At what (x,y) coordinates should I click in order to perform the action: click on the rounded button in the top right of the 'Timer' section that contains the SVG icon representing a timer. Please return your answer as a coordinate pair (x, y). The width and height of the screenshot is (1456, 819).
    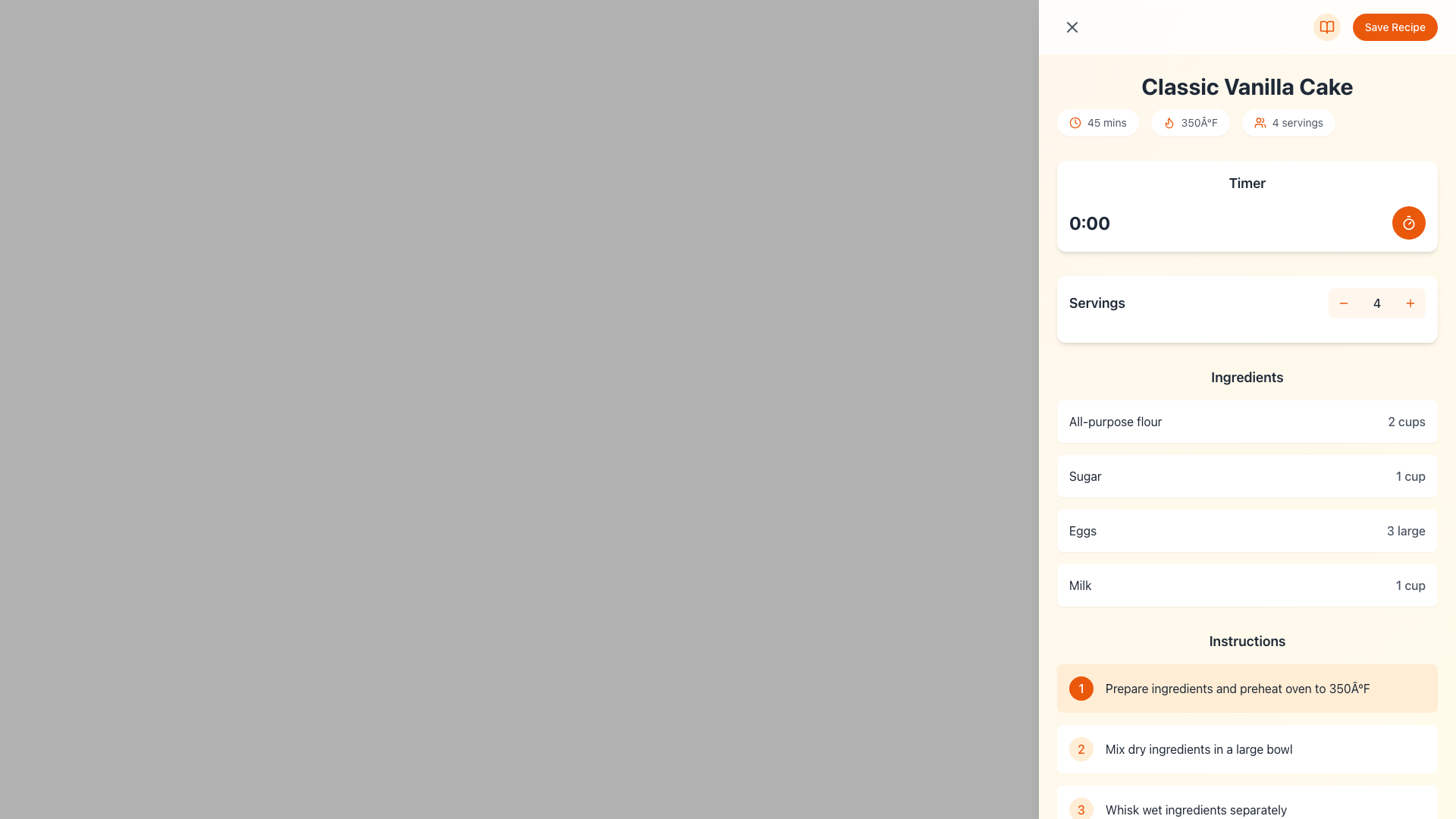
    Looking at the image, I should click on (1407, 222).